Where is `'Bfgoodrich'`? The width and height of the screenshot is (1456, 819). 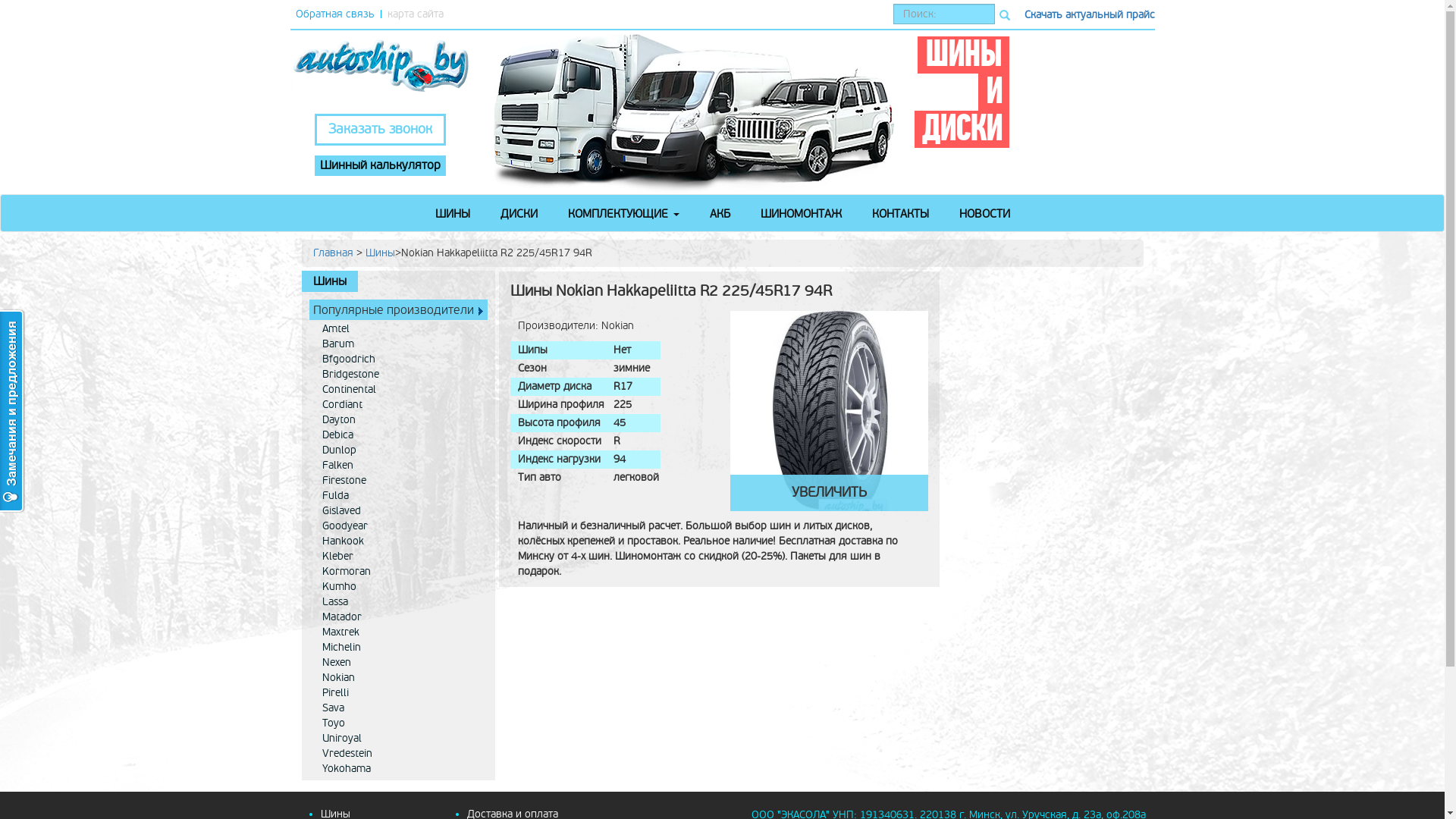
'Bfgoodrich' is located at coordinates (400, 359).